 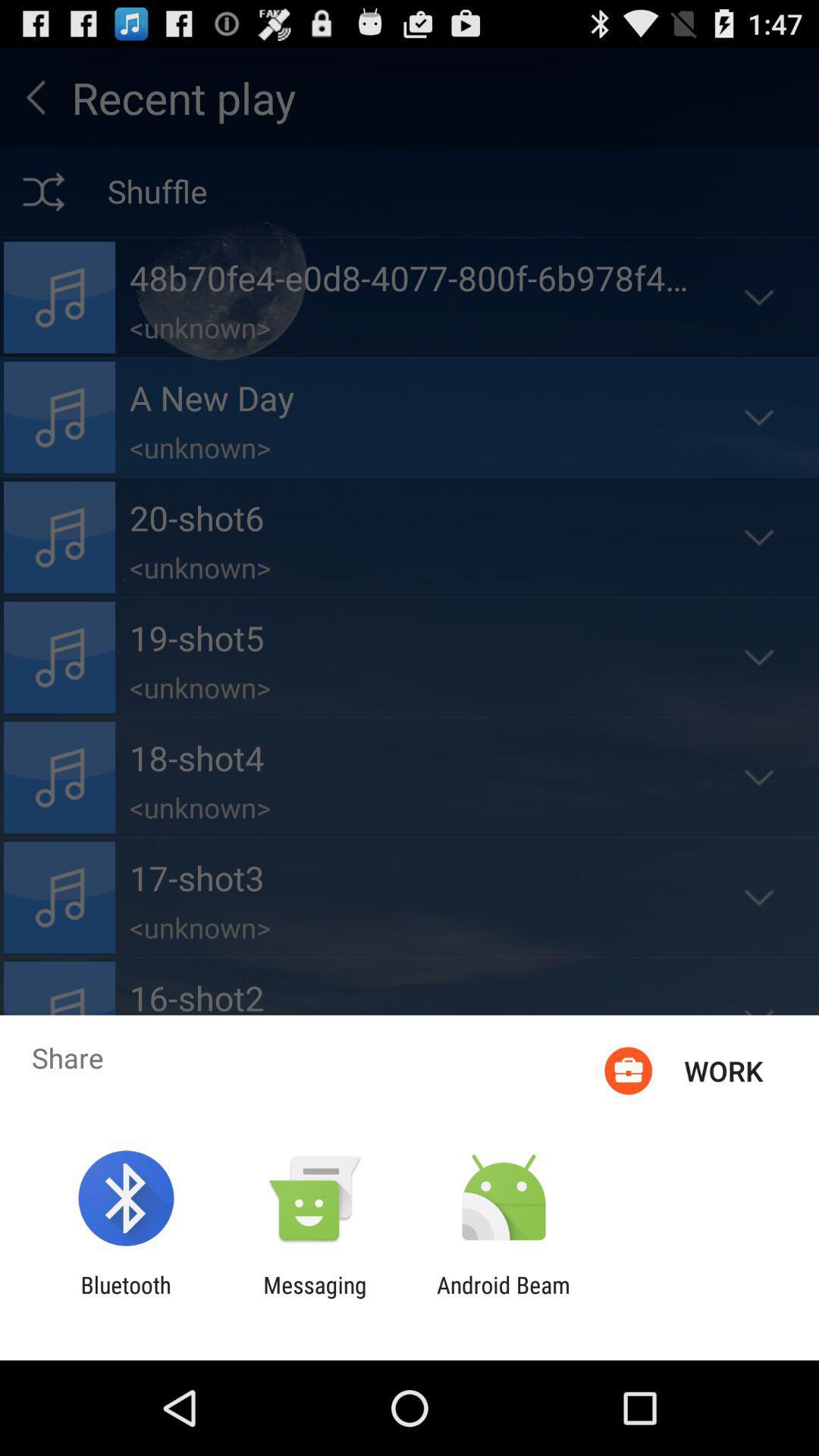 I want to click on item next to the android beam app, so click(x=314, y=1298).